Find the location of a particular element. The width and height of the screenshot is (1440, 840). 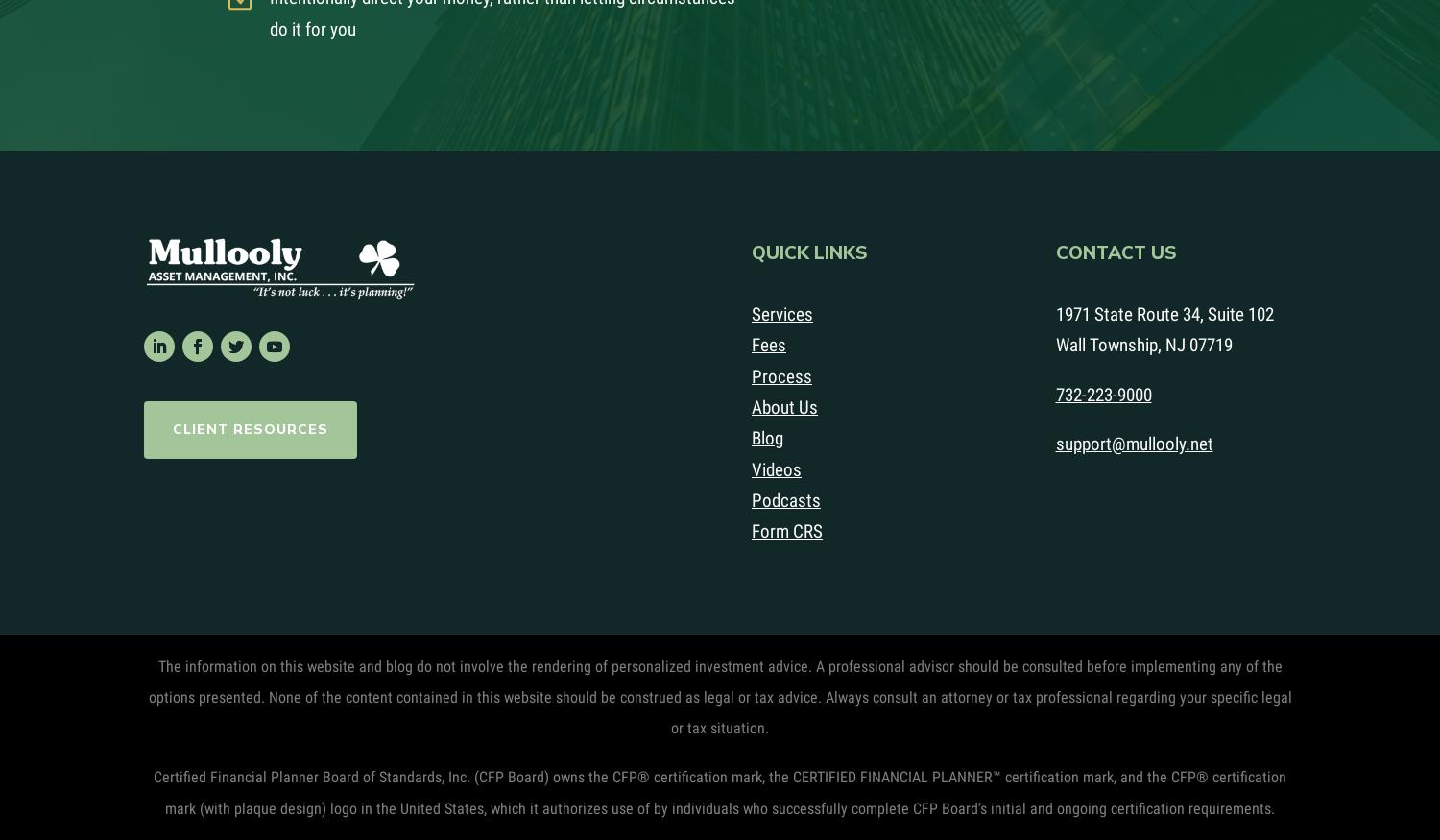

'About Us' is located at coordinates (783, 406).